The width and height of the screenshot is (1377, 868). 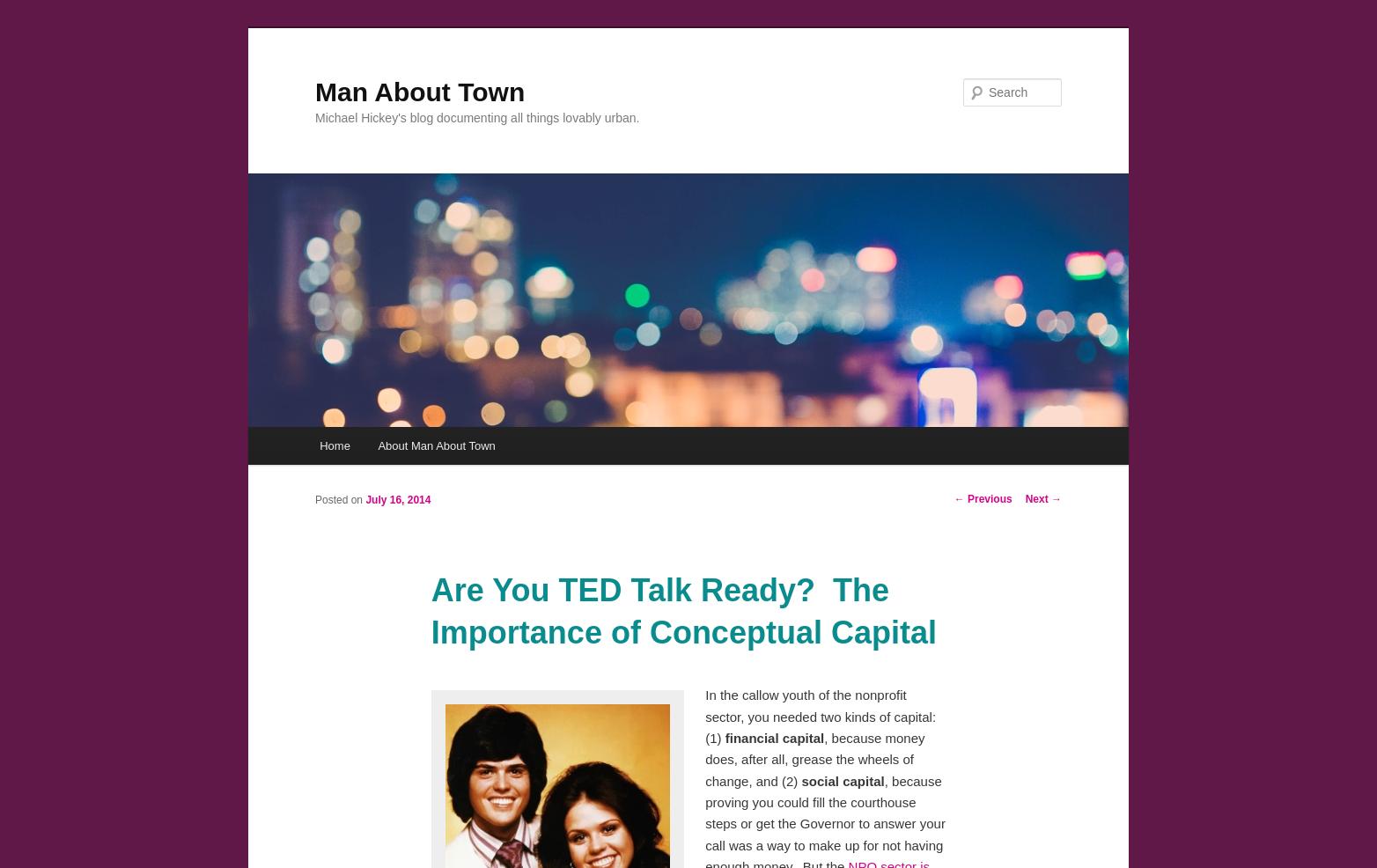 I want to click on 'Next', so click(x=1037, y=498).